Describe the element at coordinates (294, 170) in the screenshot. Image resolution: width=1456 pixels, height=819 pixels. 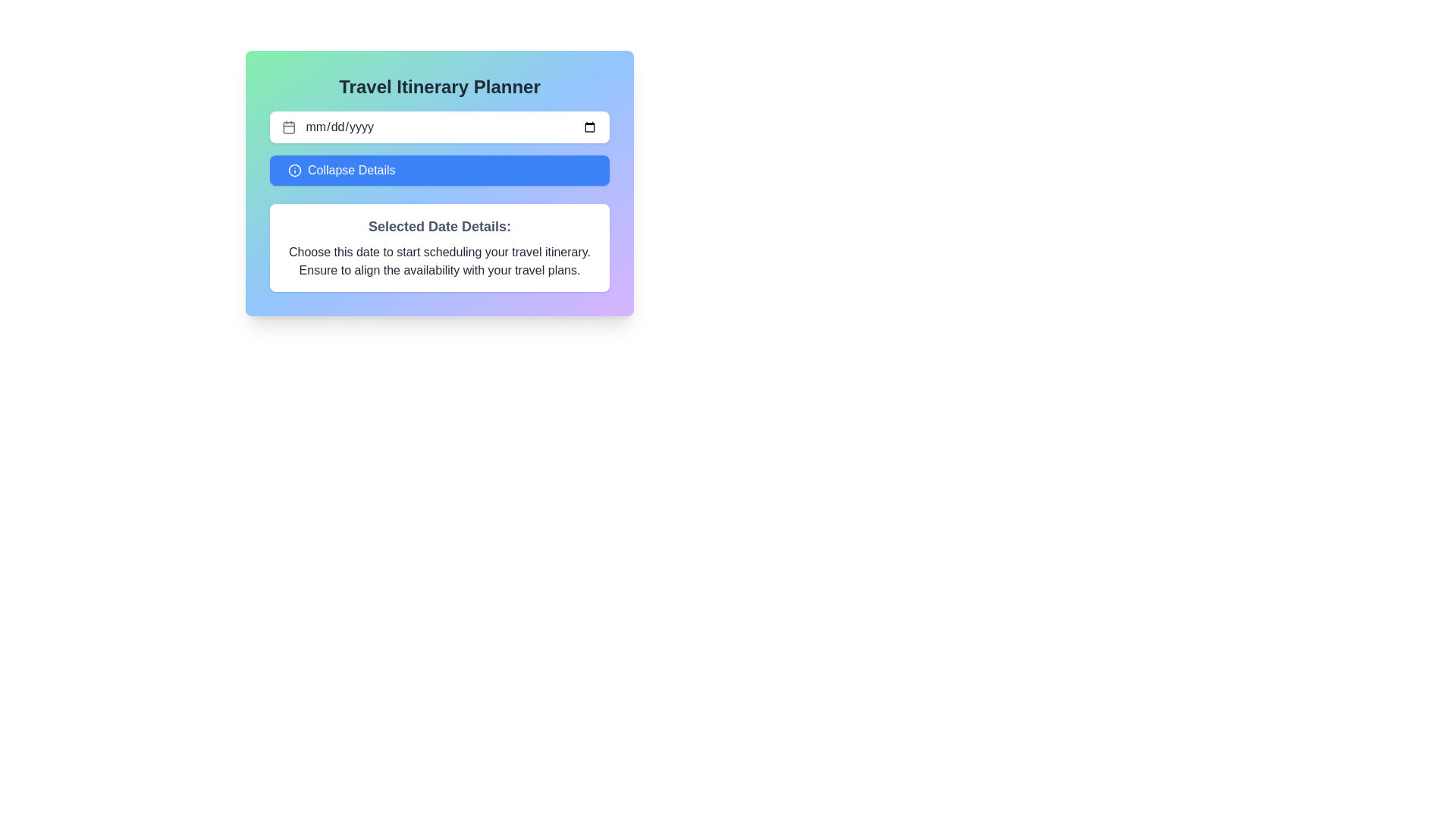
I see `the information or support icon located to the left of the 'Collapse Details' text within the blue button` at that location.